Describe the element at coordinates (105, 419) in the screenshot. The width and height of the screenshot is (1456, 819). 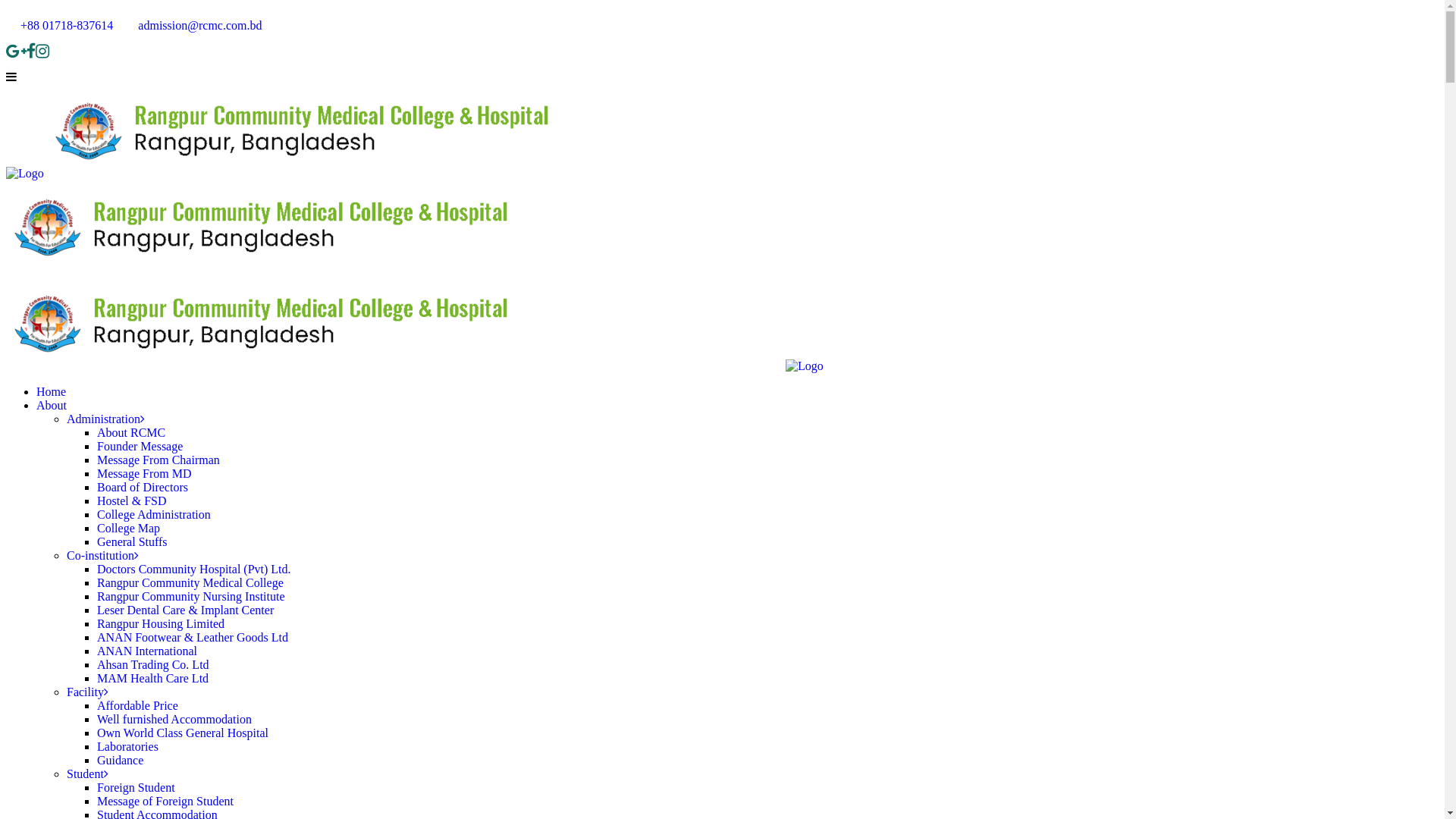
I see `'Administration'` at that location.